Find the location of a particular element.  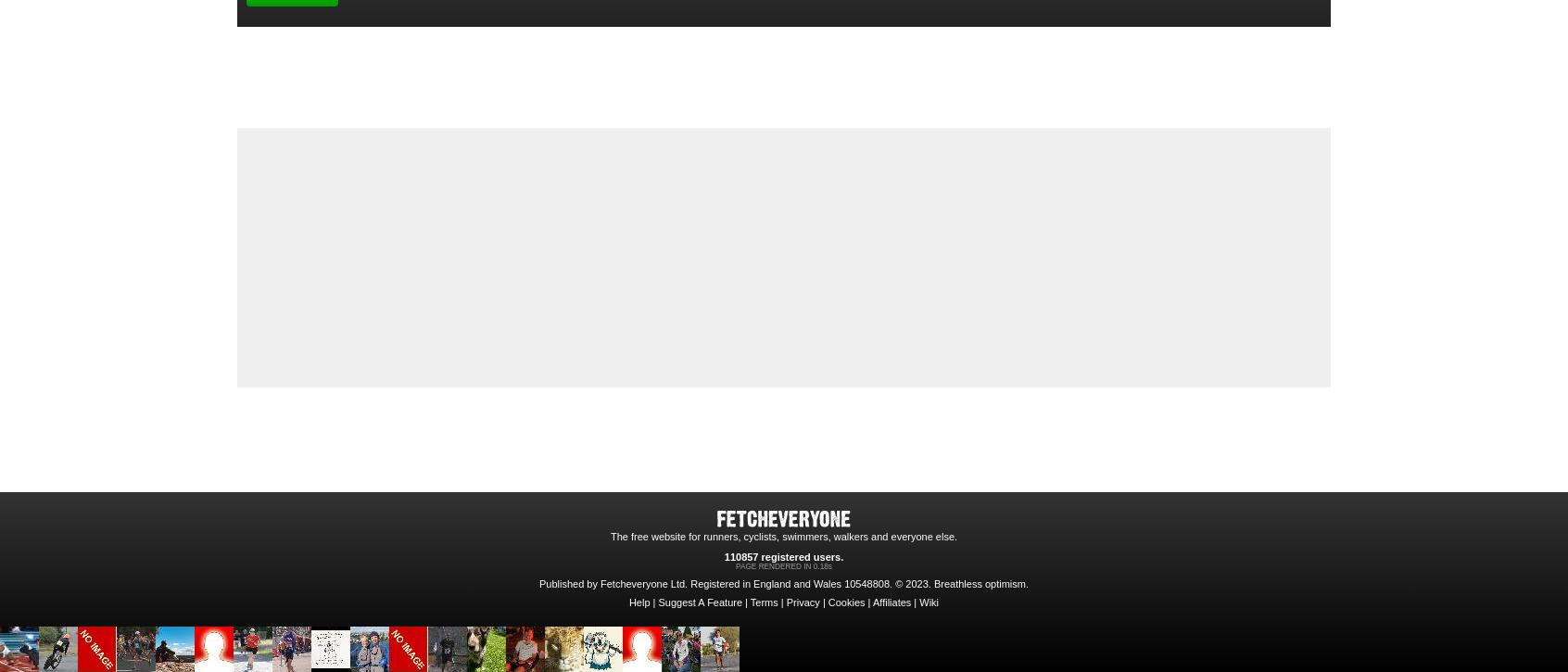

'PAGE RENDERED IN 0.18s' is located at coordinates (783, 565).